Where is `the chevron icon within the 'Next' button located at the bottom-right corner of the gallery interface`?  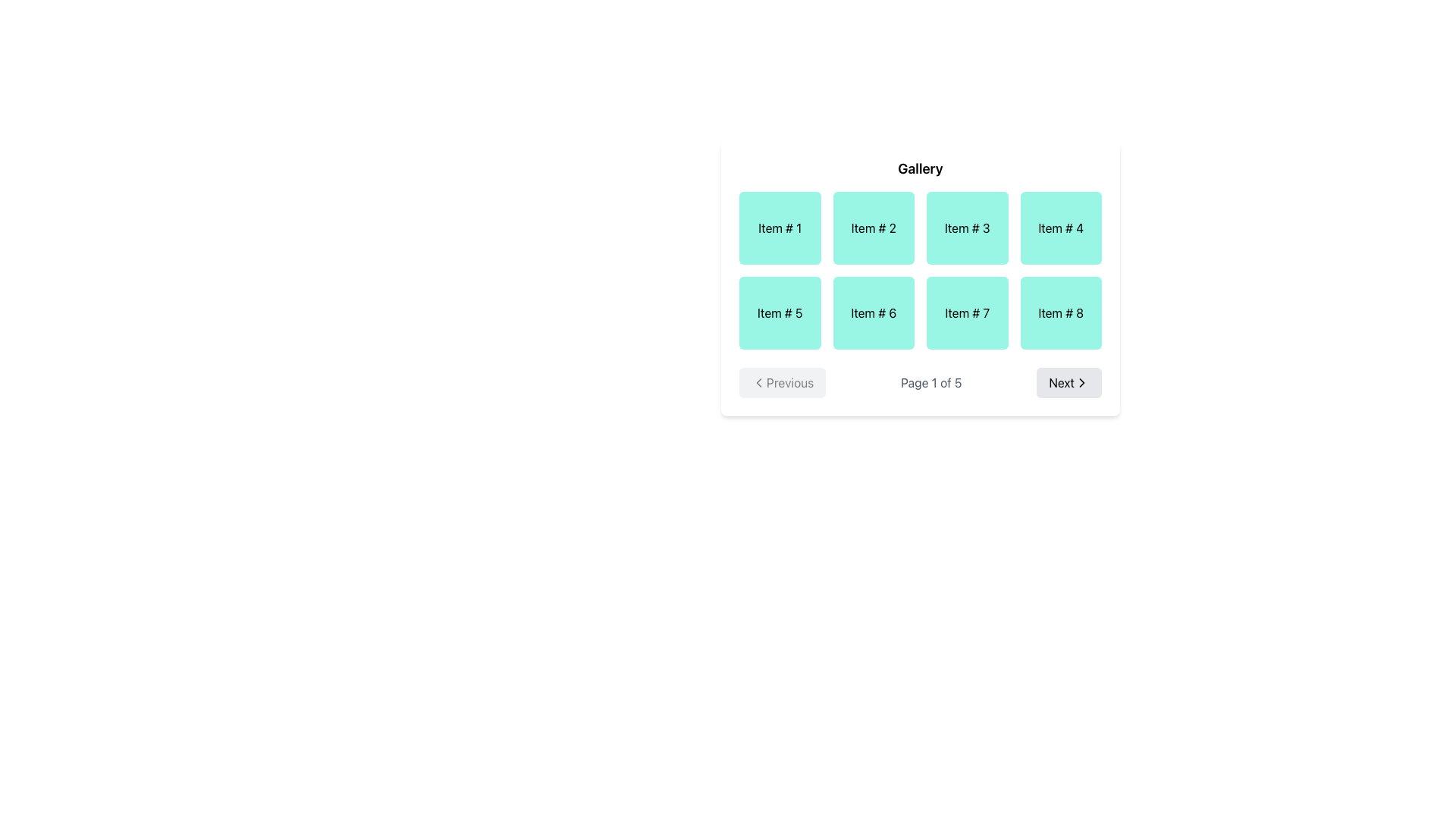 the chevron icon within the 'Next' button located at the bottom-right corner of the gallery interface is located at coordinates (1081, 382).